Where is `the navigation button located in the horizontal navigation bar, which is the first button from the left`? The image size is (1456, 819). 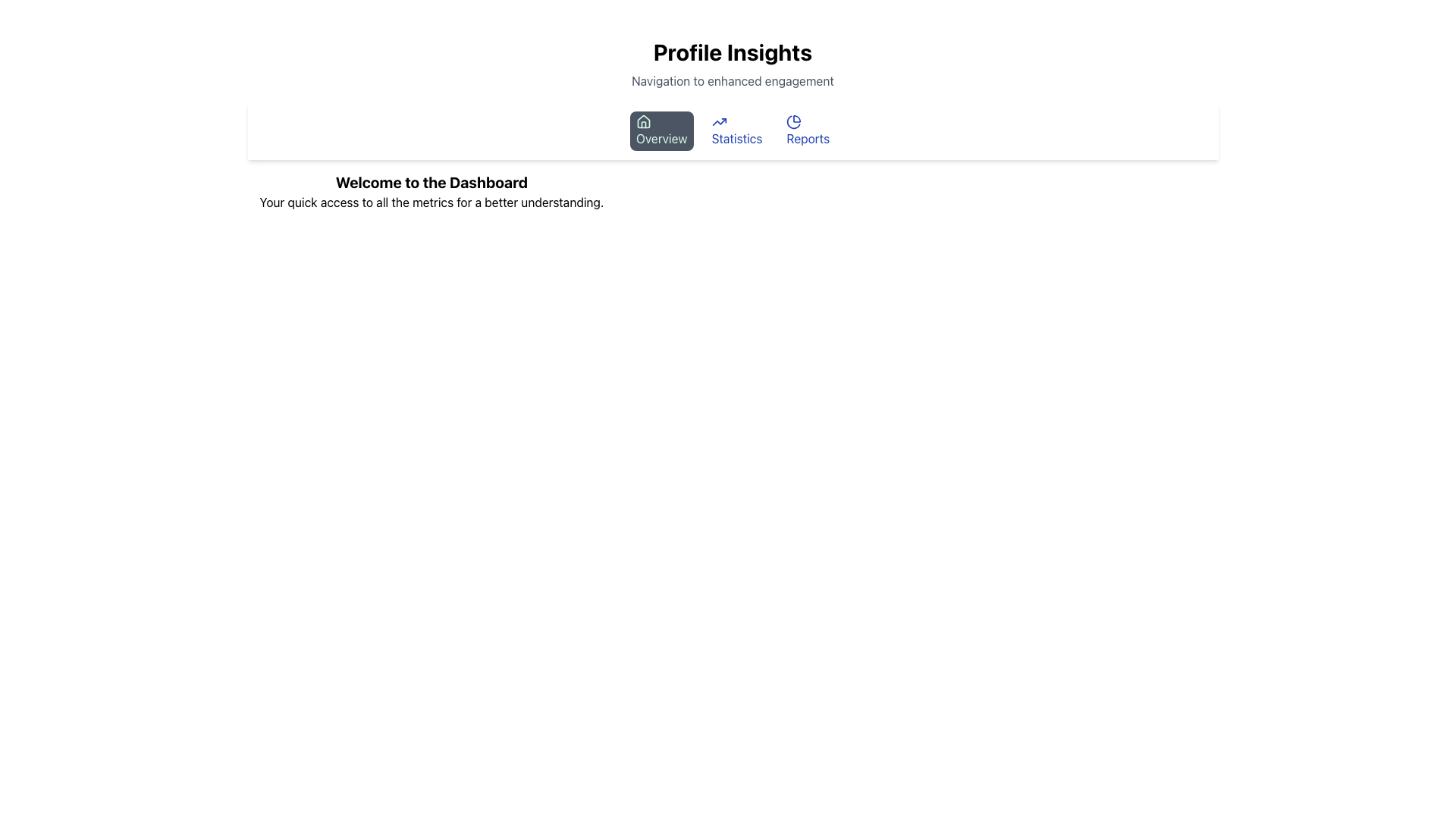
the navigation button located in the horizontal navigation bar, which is the first button from the left is located at coordinates (661, 130).